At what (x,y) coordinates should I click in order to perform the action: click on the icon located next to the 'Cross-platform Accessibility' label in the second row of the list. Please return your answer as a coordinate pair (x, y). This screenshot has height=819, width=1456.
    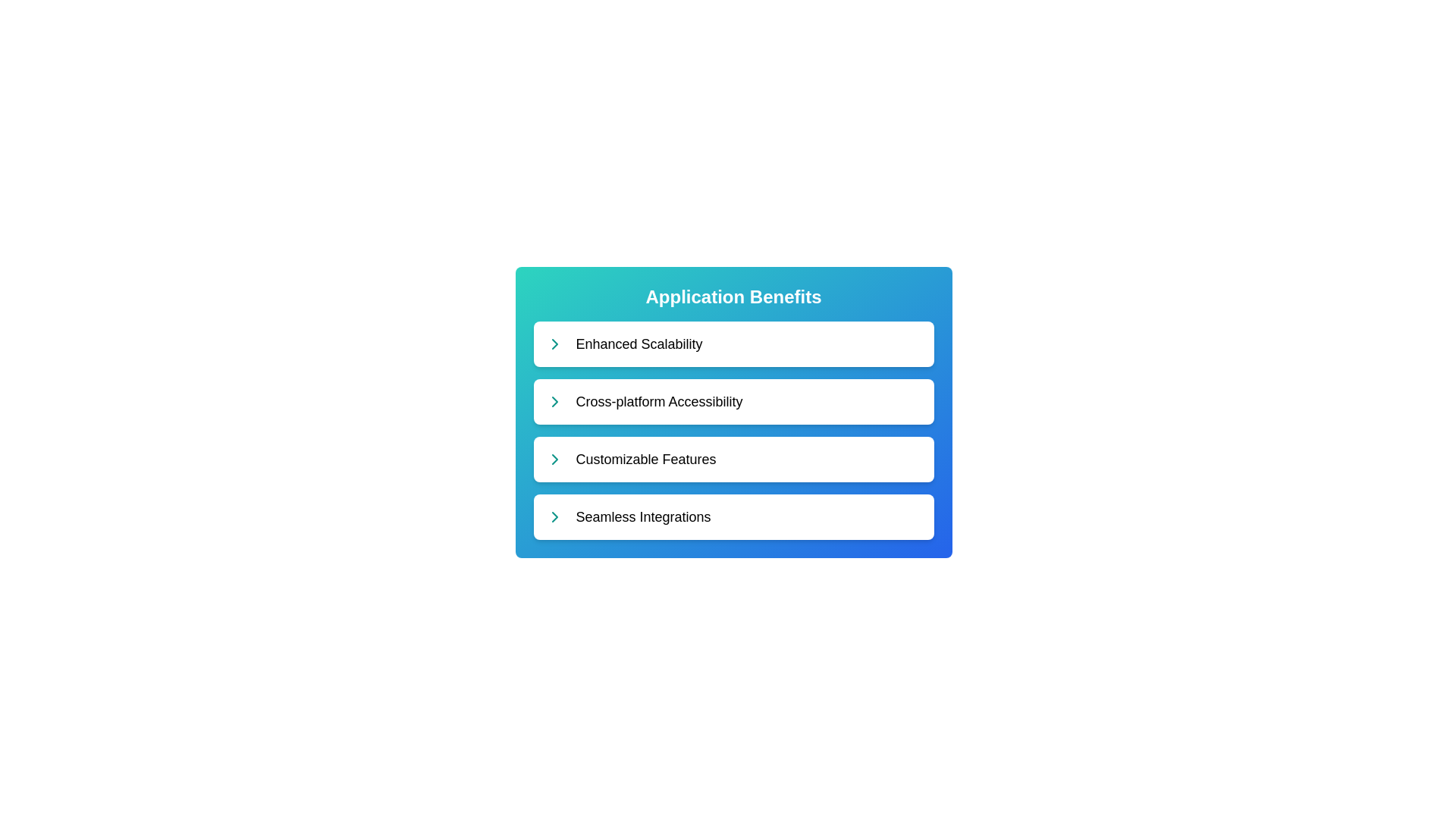
    Looking at the image, I should click on (554, 400).